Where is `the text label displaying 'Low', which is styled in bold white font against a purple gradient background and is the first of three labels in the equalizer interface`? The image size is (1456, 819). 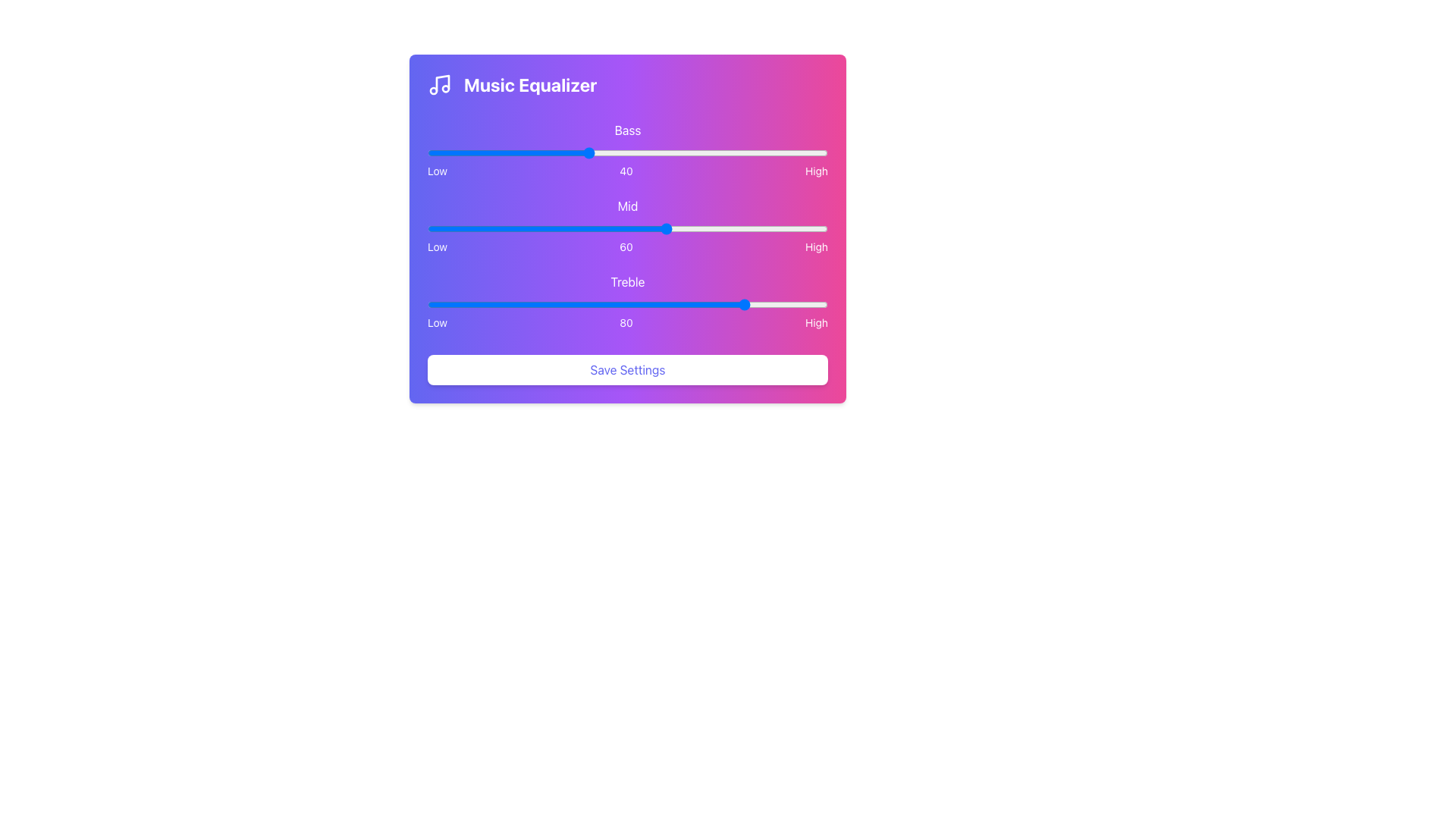 the text label displaying 'Low', which is styled in bold white font against a purple gradient background and is the first of three labels in the equalizer interface is located at coordinates (436, 322).